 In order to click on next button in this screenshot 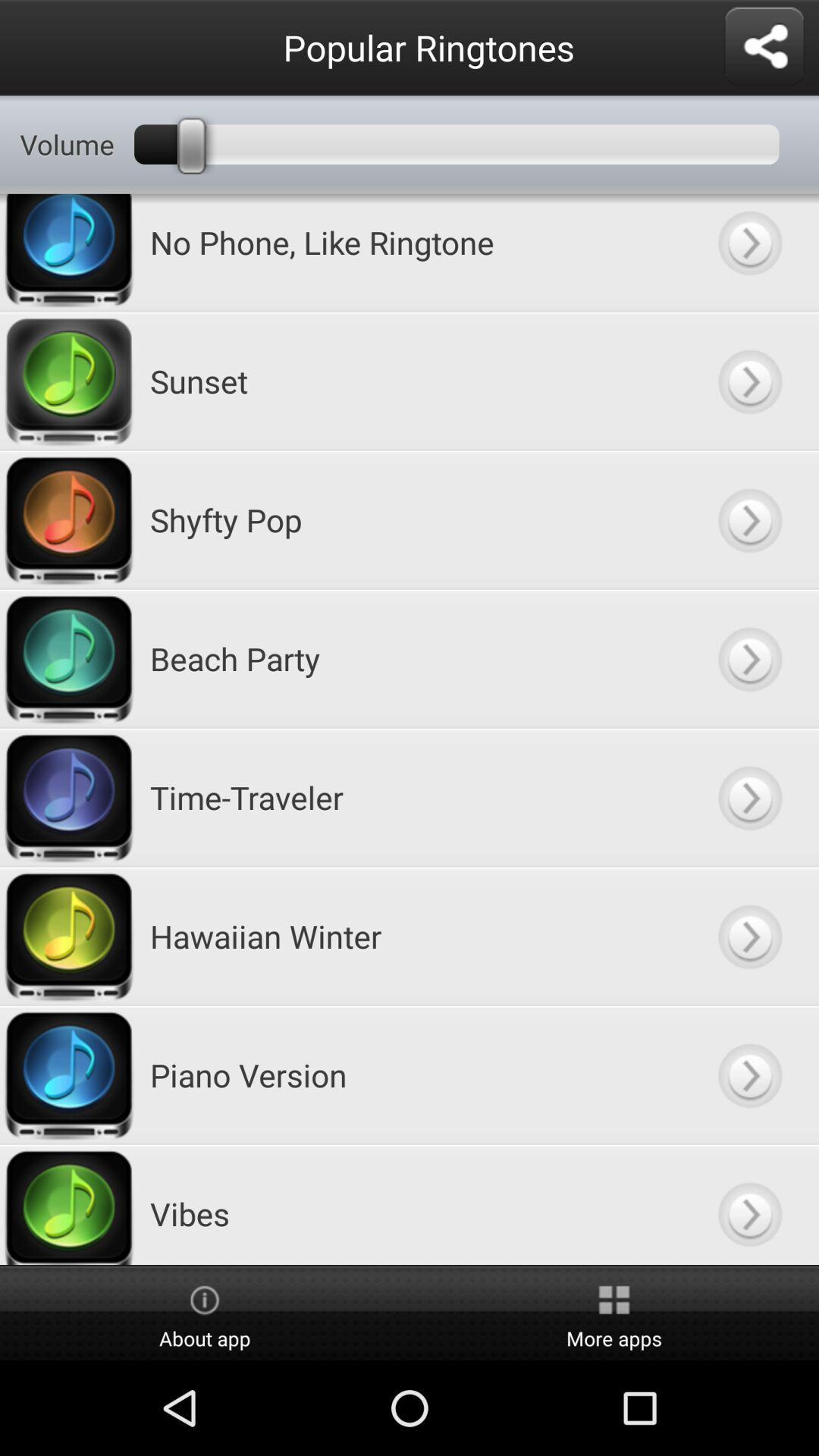, I will do `click(748, 1074)`.